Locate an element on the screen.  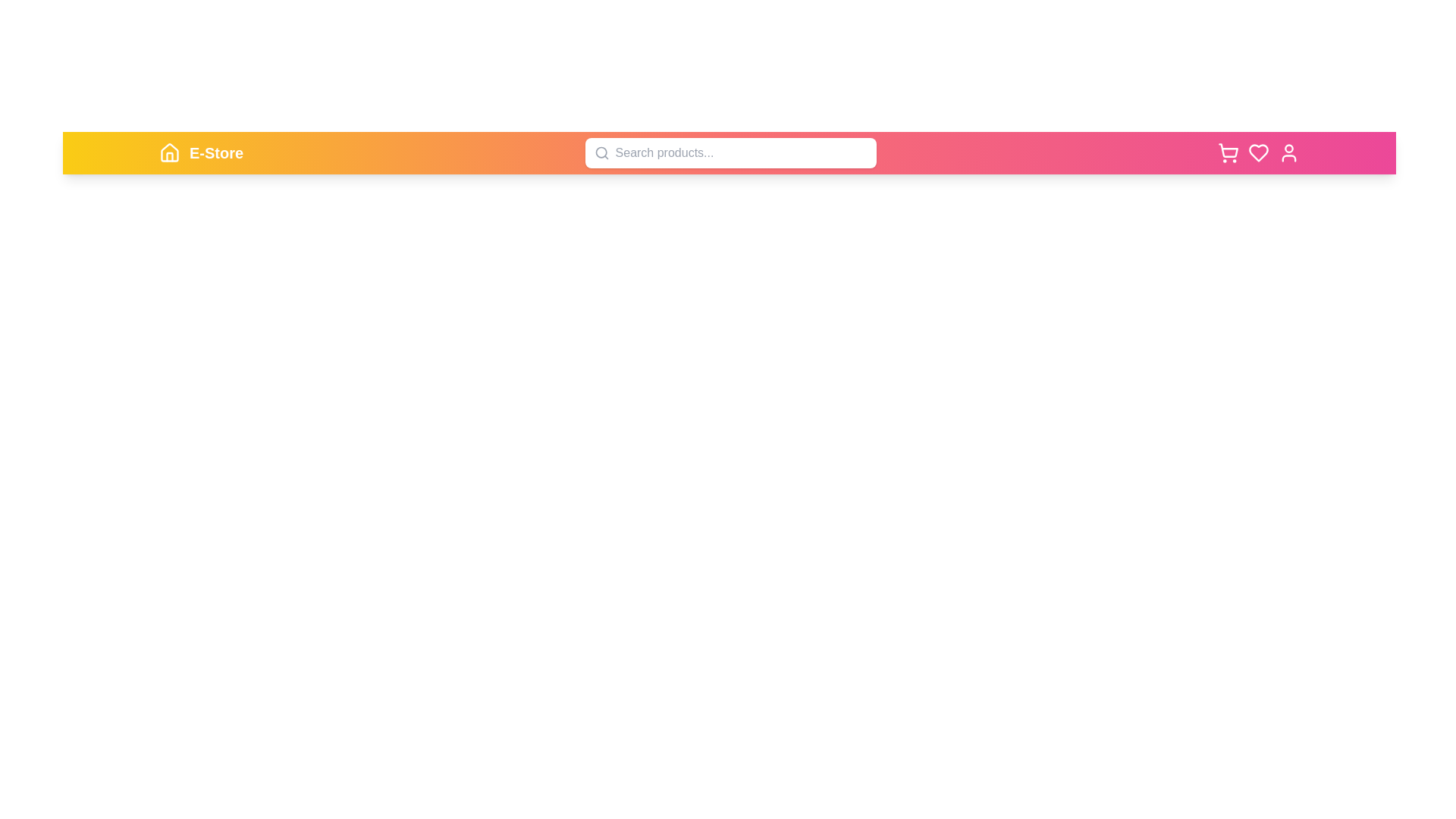
the heart icon to view saved items is located at coordinates (1259, 152).